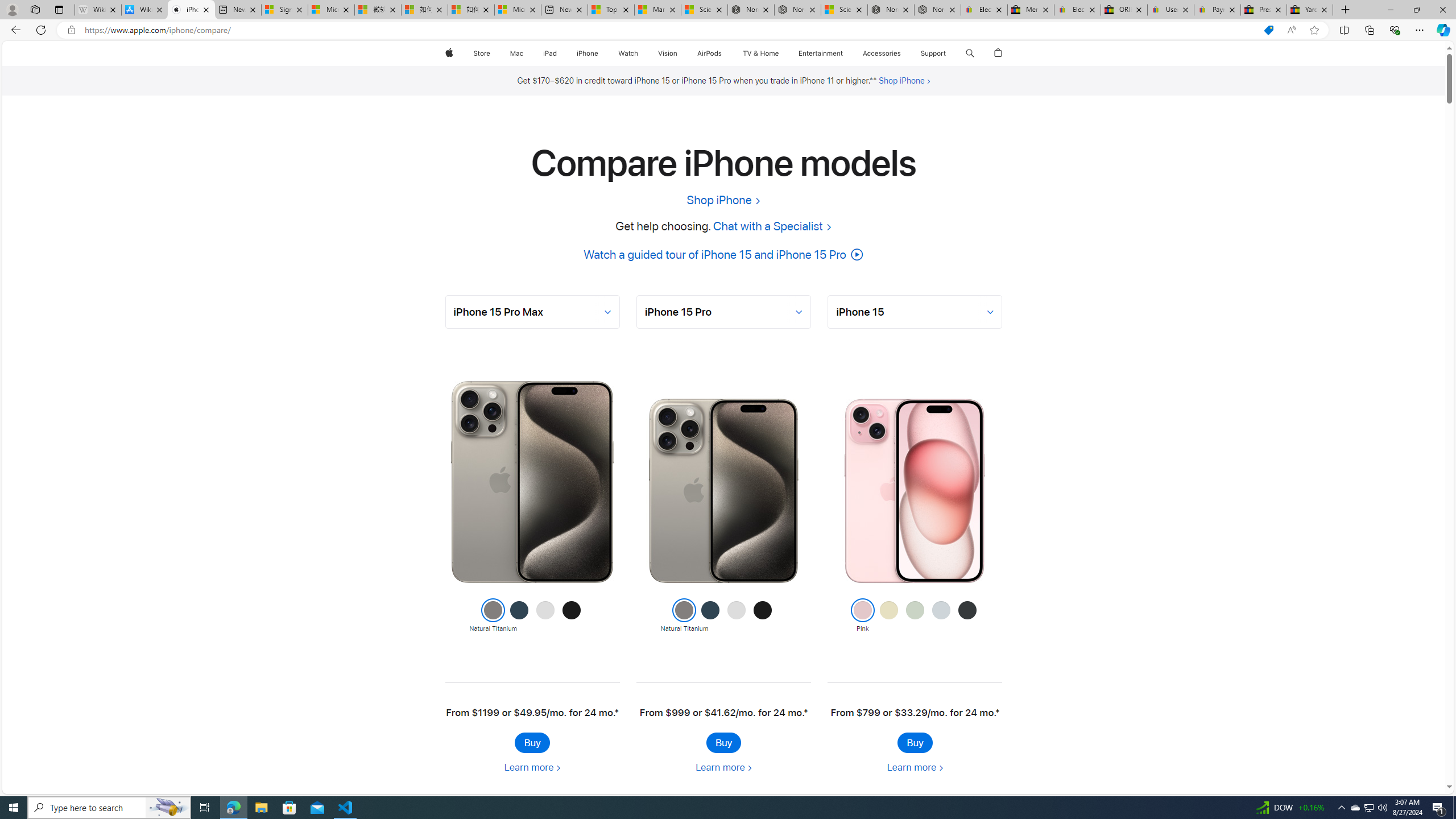  I want to click on 'Support', so click(932, 53).